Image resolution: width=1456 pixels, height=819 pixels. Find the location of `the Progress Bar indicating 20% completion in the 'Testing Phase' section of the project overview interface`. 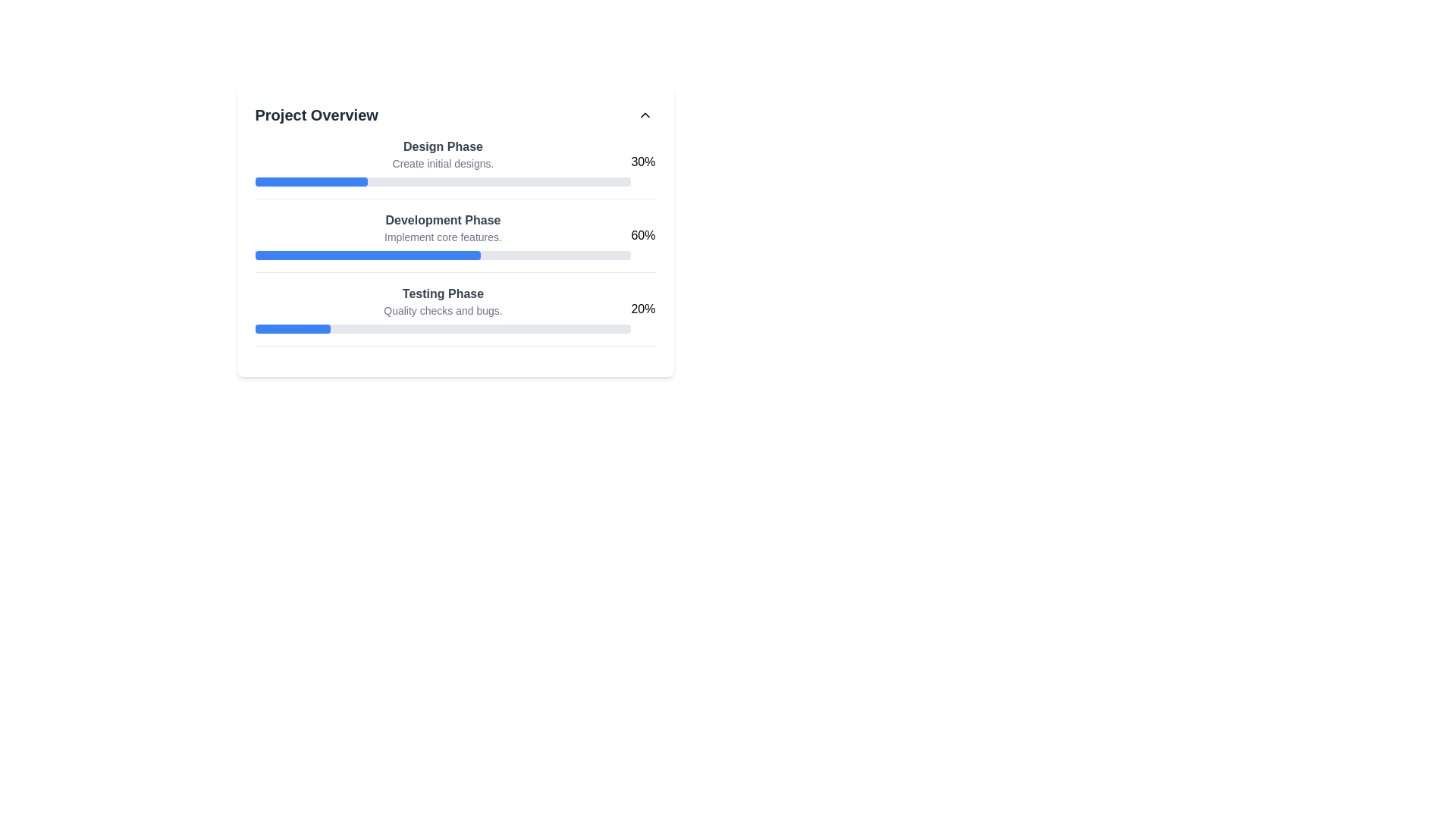

the Progress Bar indicating 20% completion in the 'Testing Phase' section of the project overview interface is located at coordinates (442, 328).